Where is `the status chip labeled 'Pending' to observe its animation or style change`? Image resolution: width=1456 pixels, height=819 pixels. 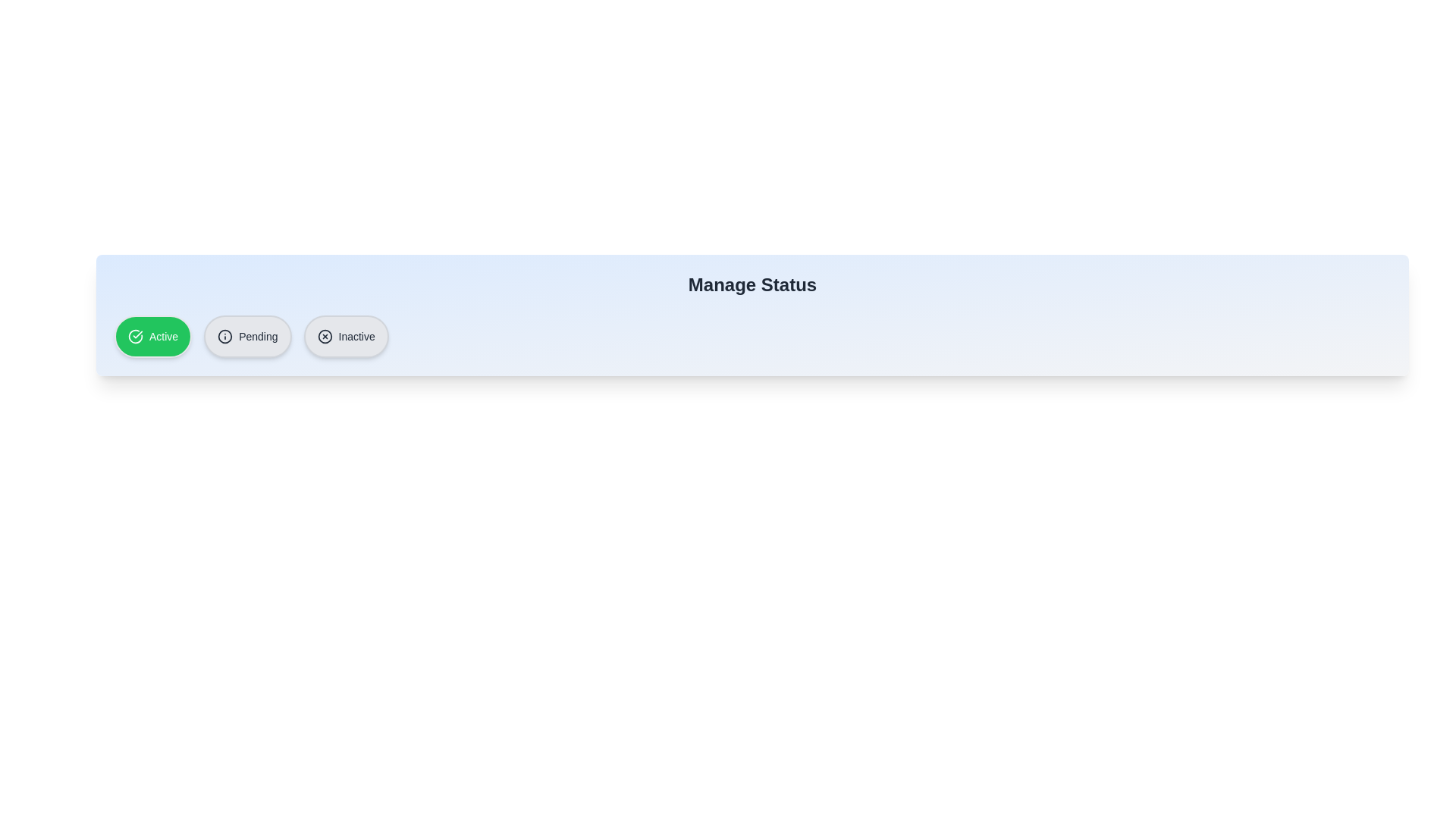 the status chip labeled 'Pending' to observe its animation or style change is located at coordinates (247, 335).